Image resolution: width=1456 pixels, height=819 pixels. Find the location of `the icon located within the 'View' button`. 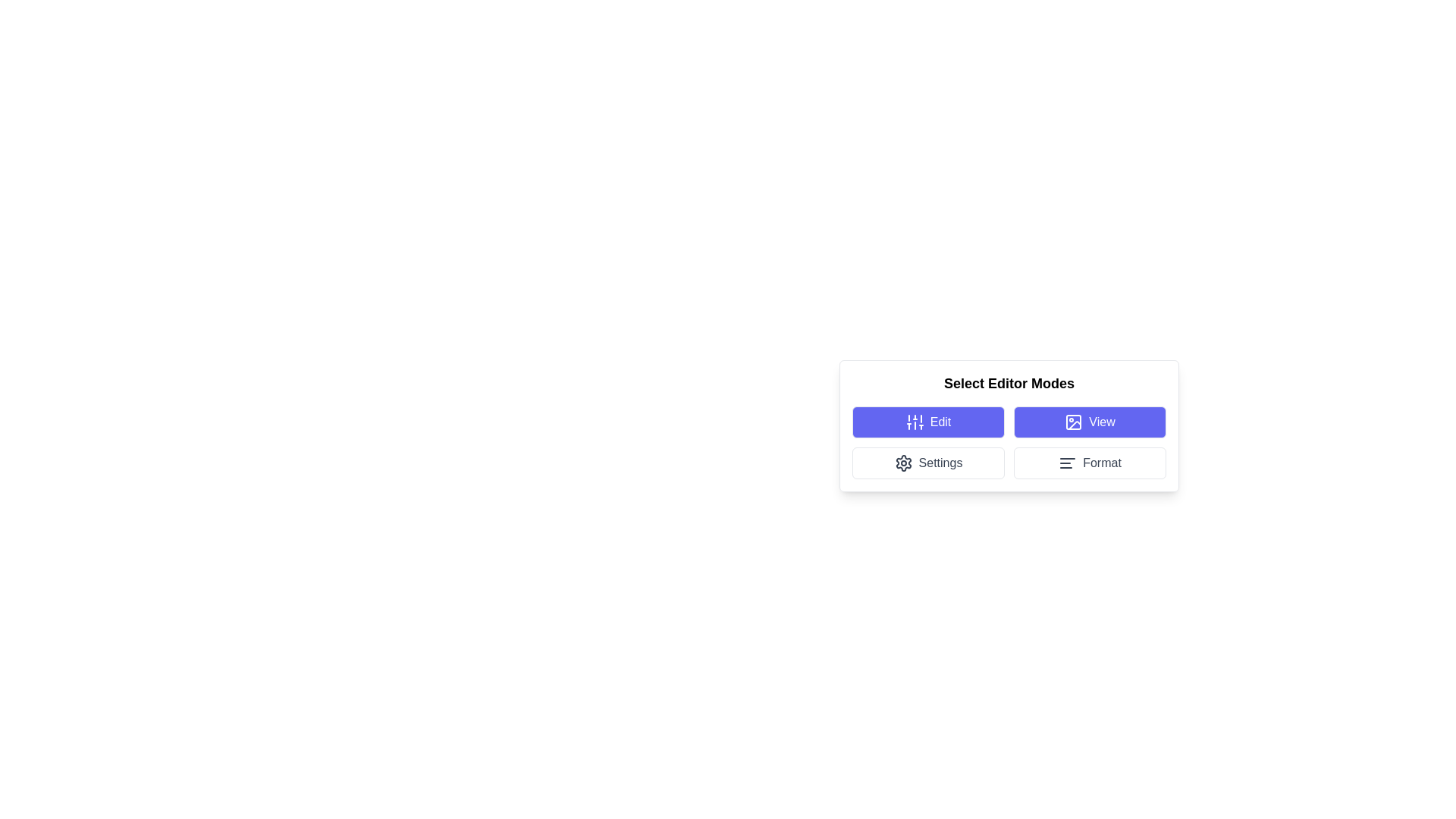

the icon located within the 'View' button is located at coordinates (1073, 422).